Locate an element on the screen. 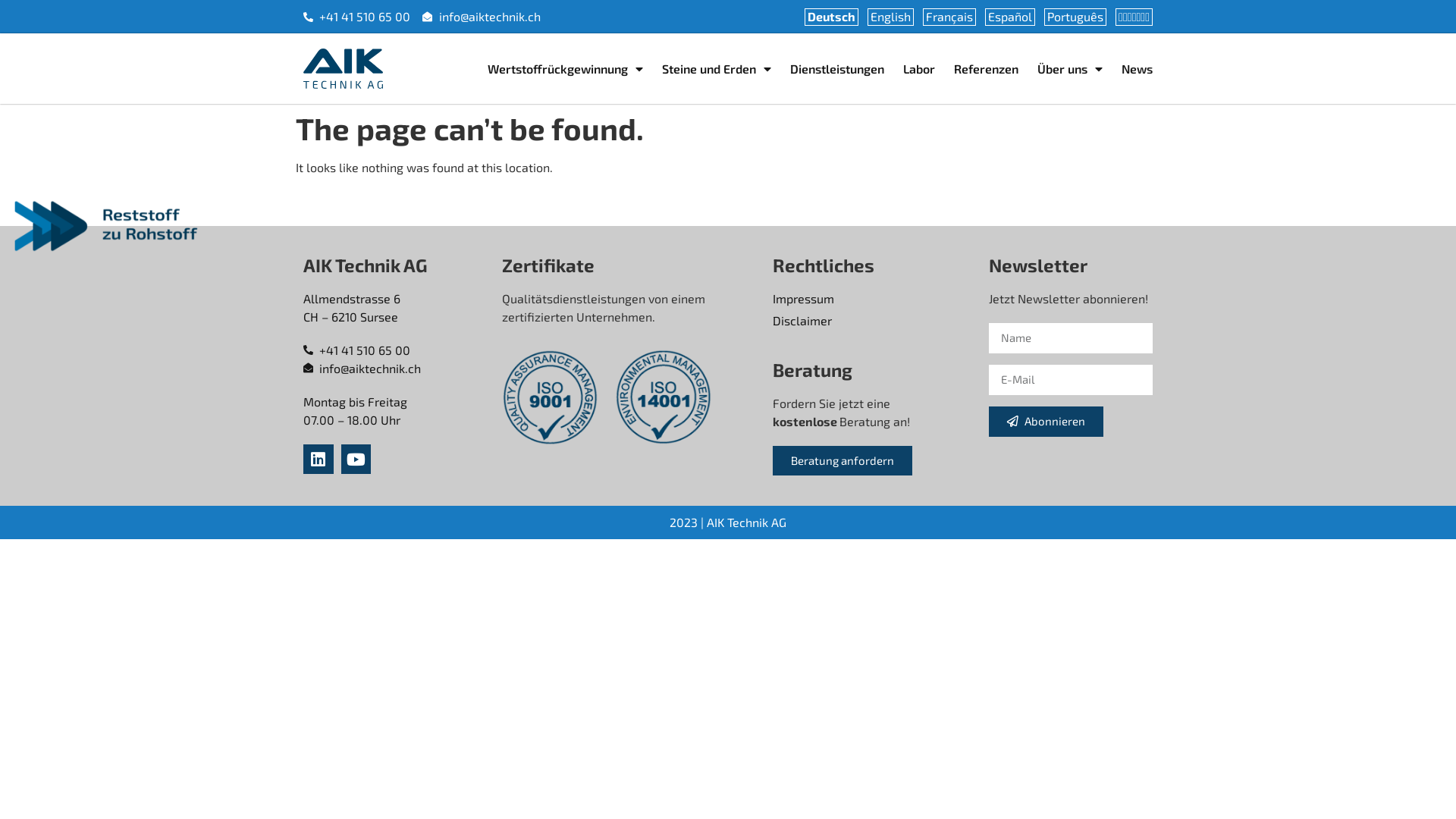 The width and height of the screenshot is (1456, 819). 'info@aiktechnik.ch' is located at coordinates (395, 369).